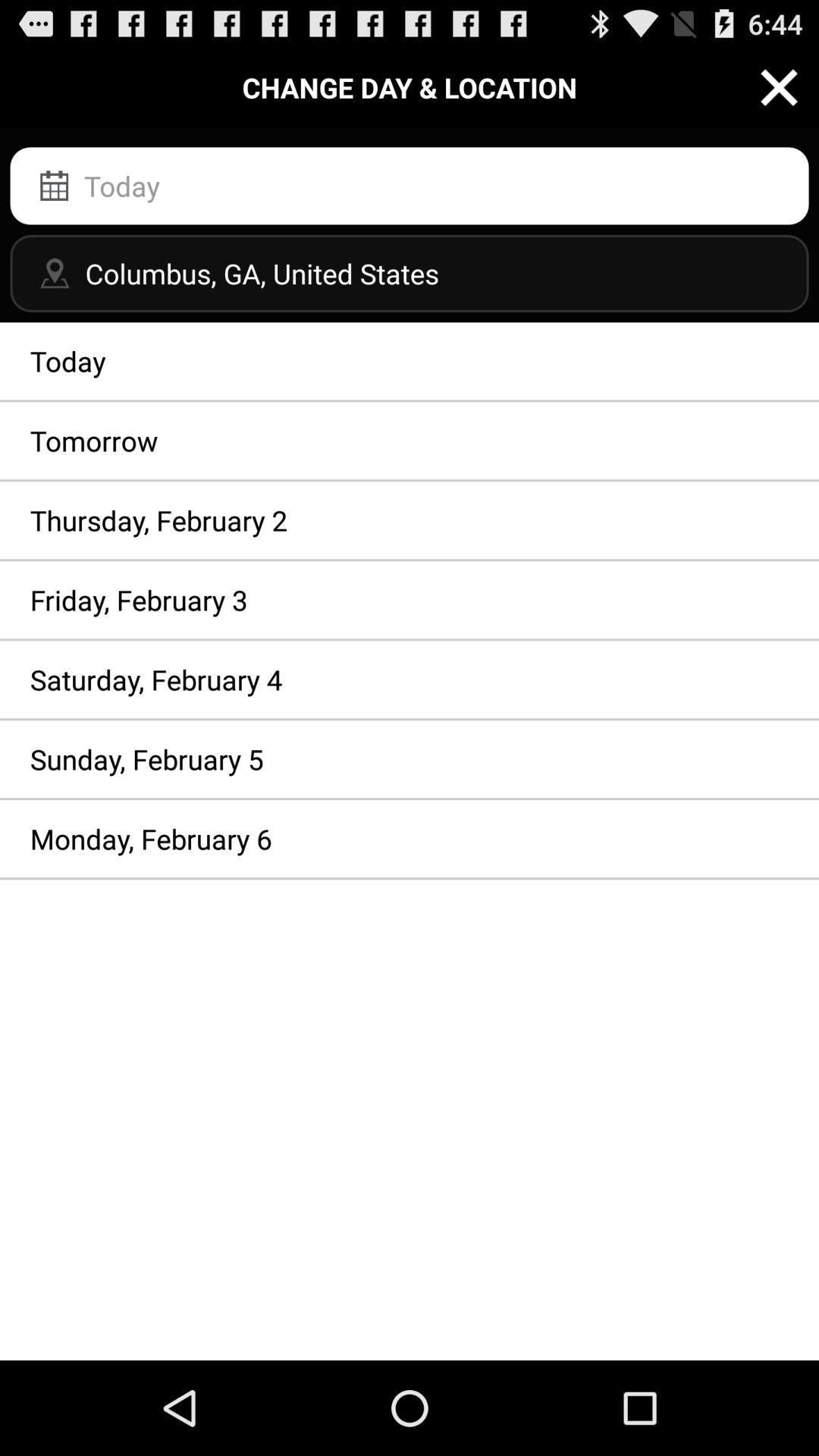 The width and height of the screenshot is (819, 1456). What do you see at coordinates (409, 440) in the screenshot?
I see `app below the today item` at bounding box center [409, 440].